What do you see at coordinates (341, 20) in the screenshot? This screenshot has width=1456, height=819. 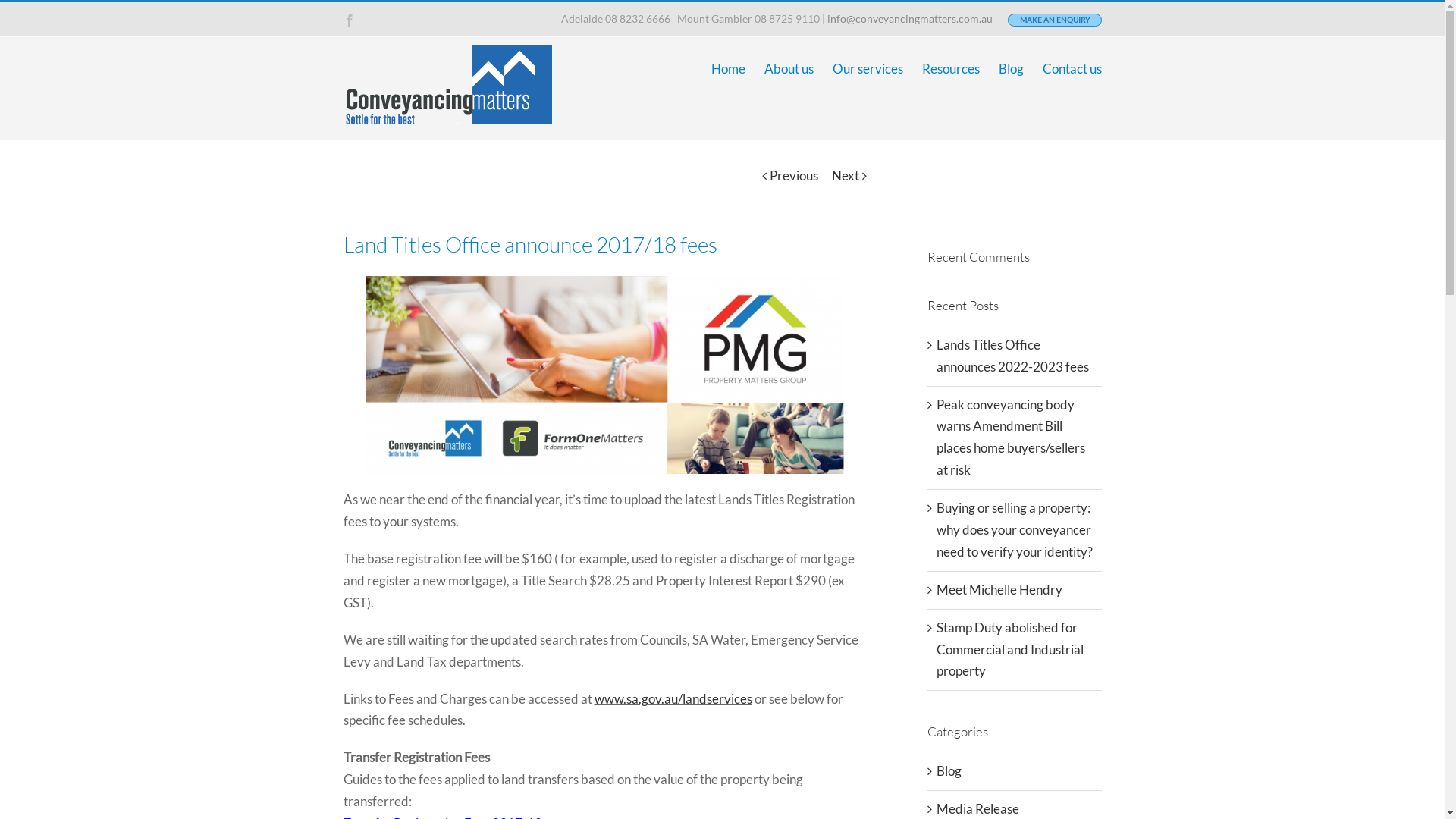 I see `'Facebook'` at bounding box center [341, 20].